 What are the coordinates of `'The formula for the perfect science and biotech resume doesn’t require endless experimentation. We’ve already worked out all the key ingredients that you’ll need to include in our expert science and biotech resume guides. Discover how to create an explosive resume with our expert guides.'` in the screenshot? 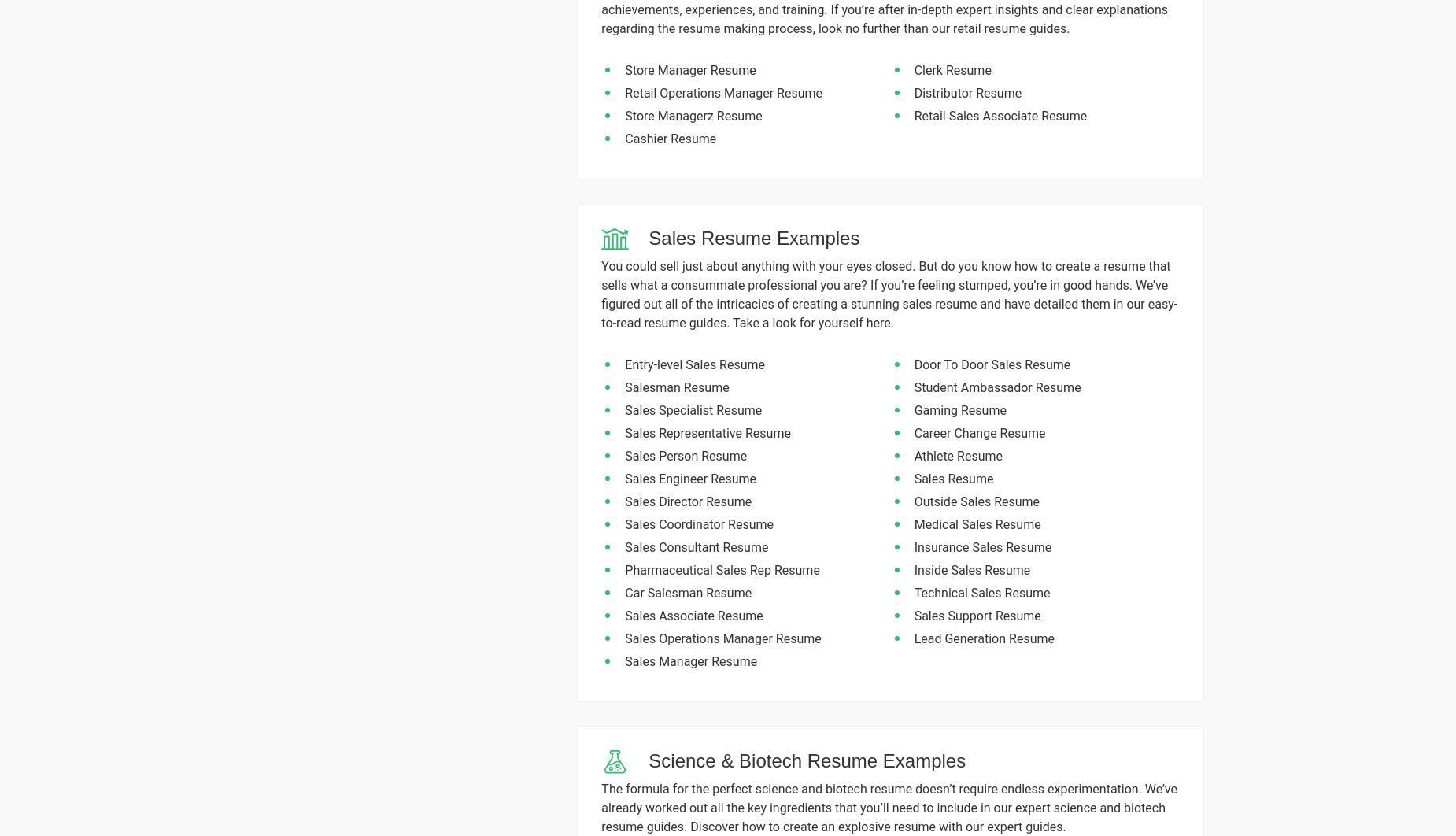 It's located at (888, 807).